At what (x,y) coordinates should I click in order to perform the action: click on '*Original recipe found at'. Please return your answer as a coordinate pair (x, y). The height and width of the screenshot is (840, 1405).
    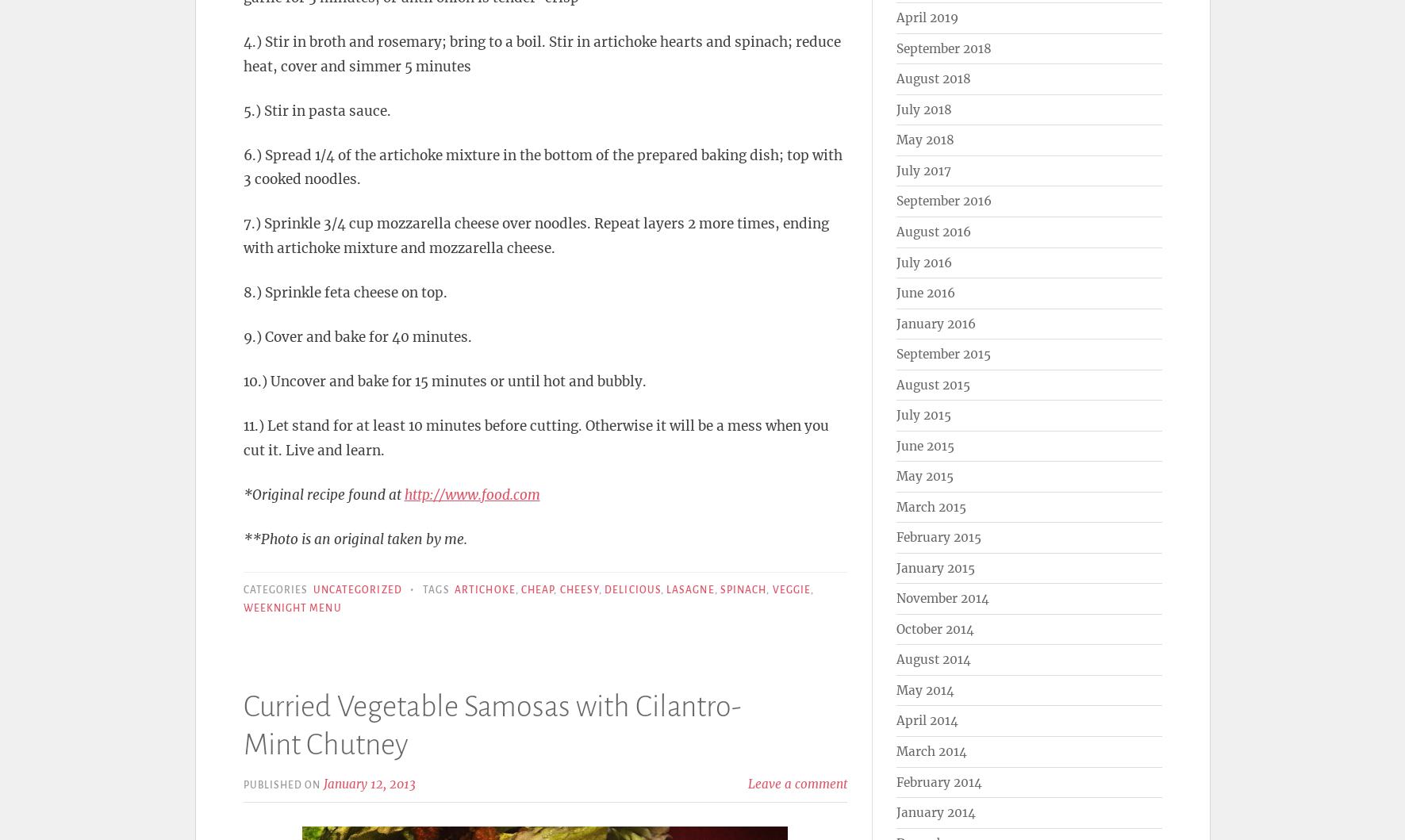
    Looking at the image, I should click on (242, 493).